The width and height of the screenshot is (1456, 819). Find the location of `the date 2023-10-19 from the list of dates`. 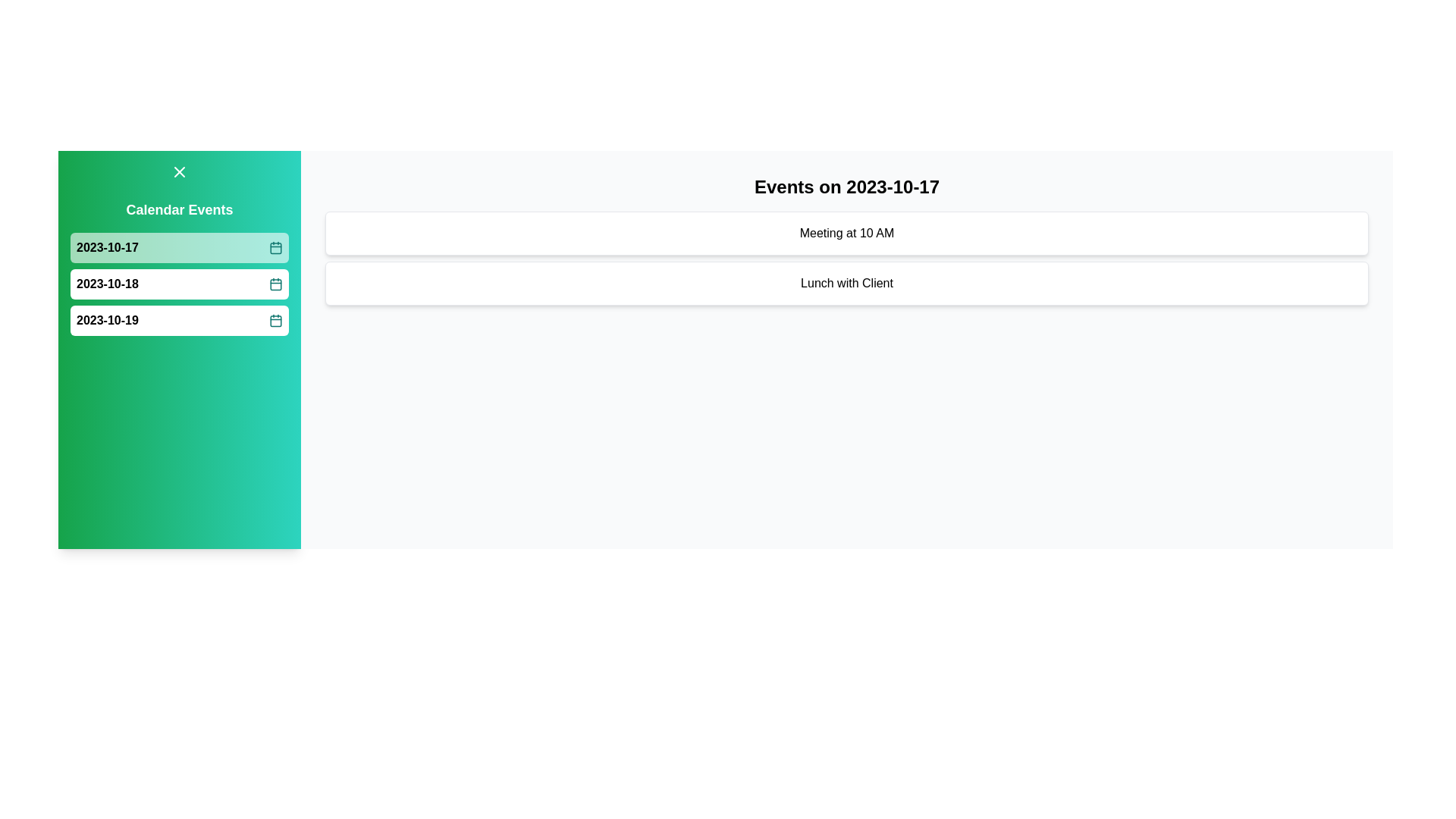

the date 2023-10-19 from the list of dates is located at coordinates (179, 320).